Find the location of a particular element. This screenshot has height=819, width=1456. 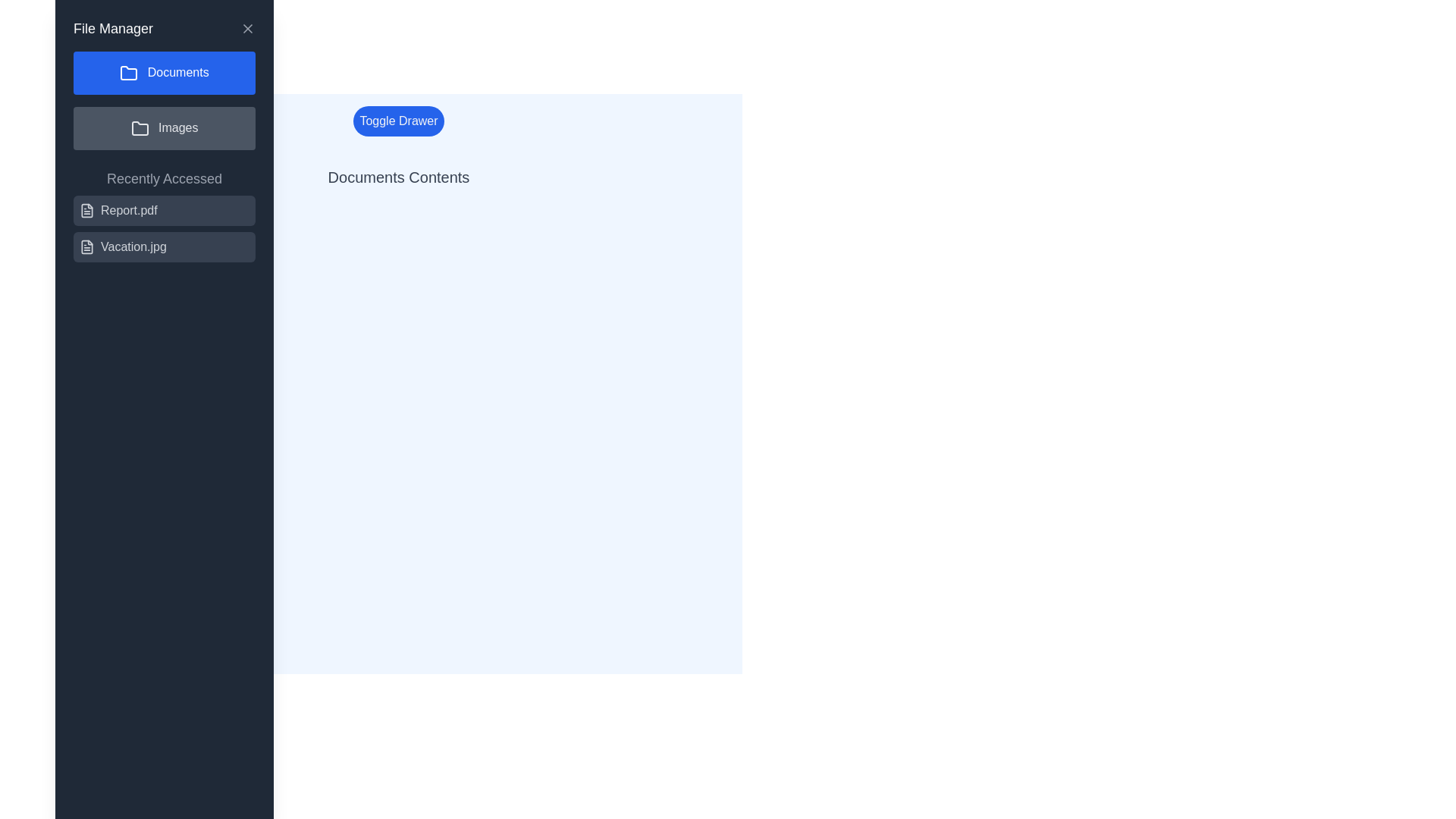

the first file list item labeled 'Report.pdf' in the File Manager's Recently Accessed section for file management actions is located at coordinates (164, 228).